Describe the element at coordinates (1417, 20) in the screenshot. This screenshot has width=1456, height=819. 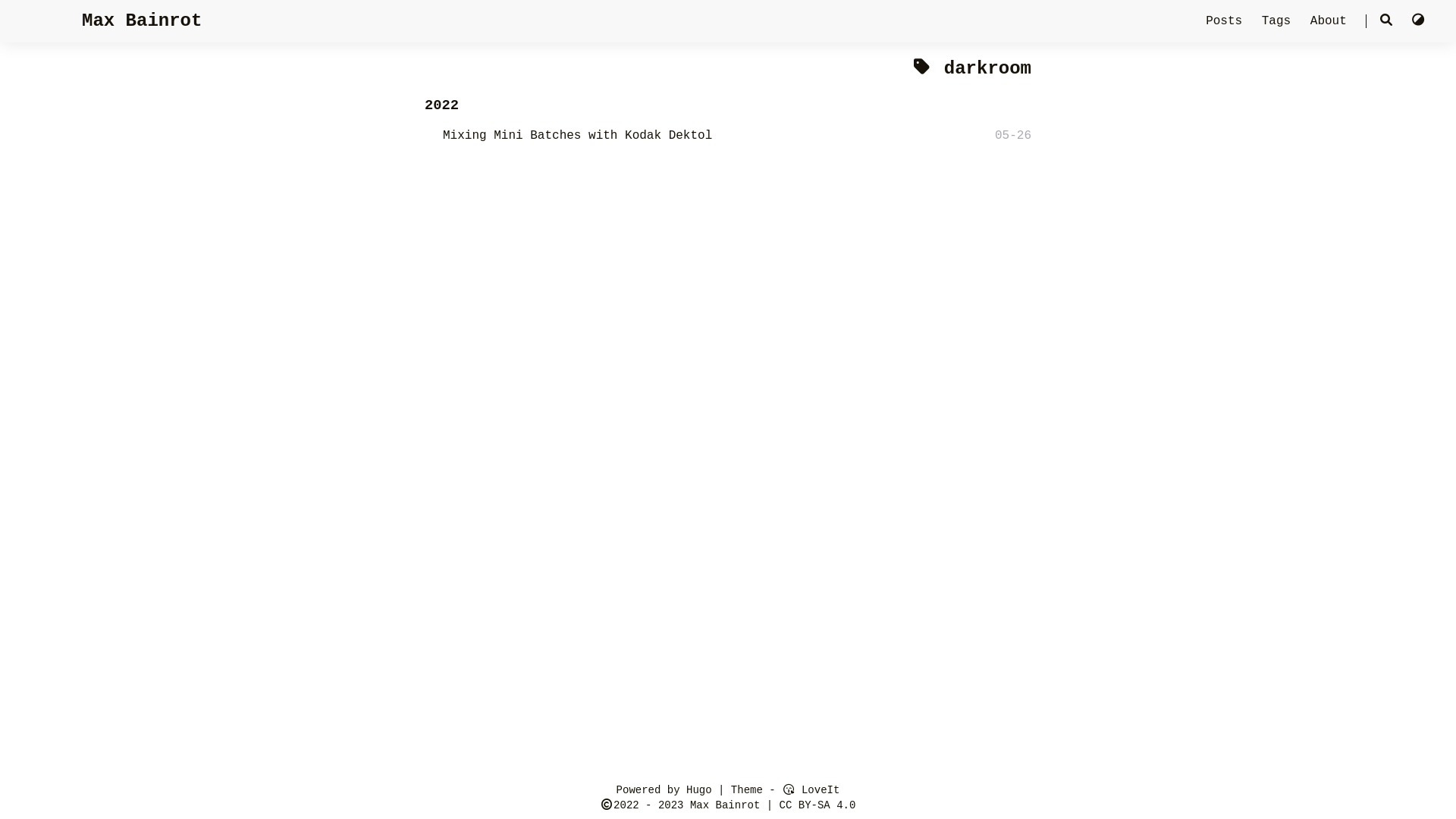
I see `'Switch Theme'` at that location.